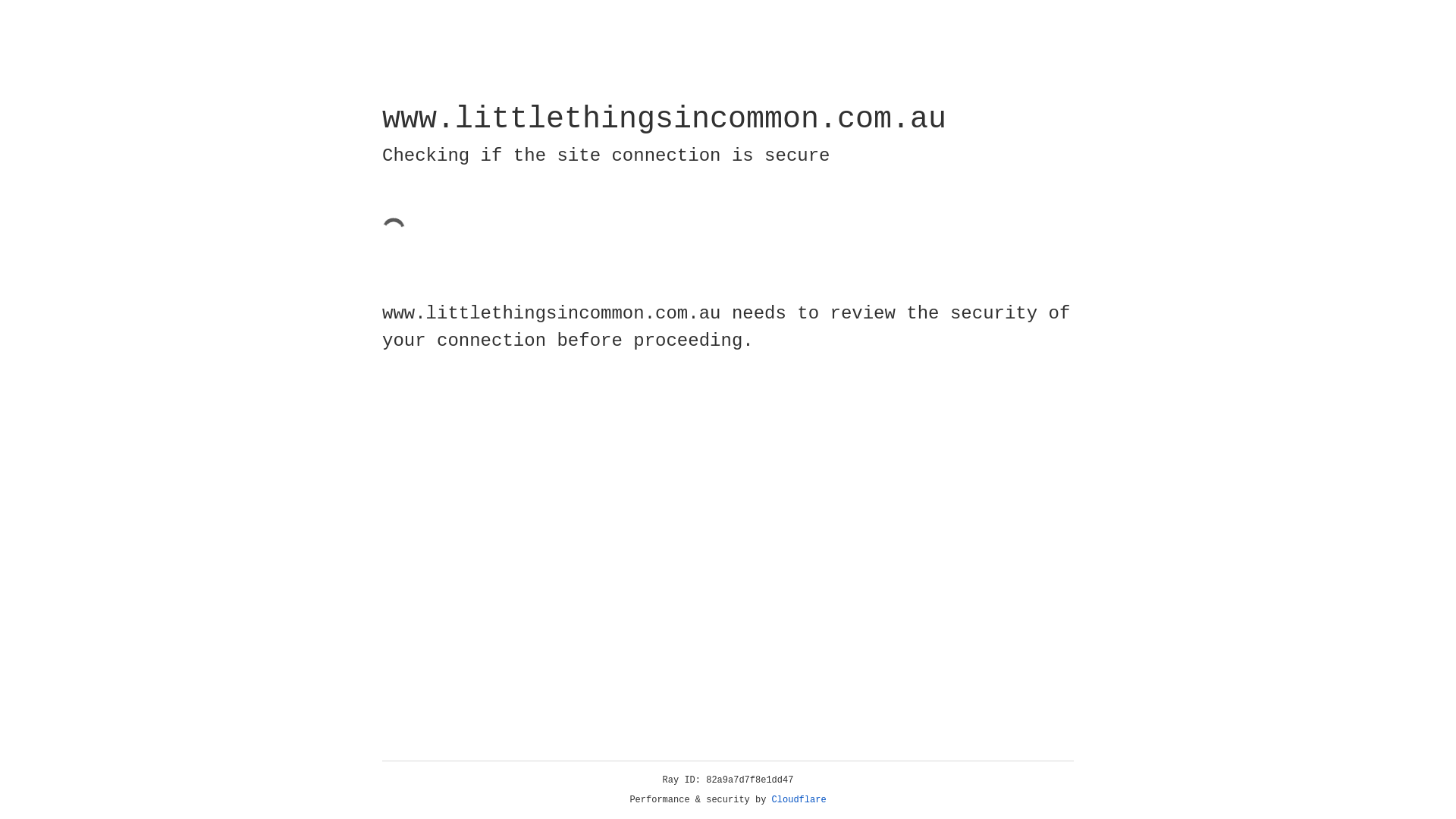 The width and height of the screenshot is (1456, 819). What do you see at coordinates (799, 799) in the screenshot?
I see `'Cloudflare'` at bounding box center [799, 799].